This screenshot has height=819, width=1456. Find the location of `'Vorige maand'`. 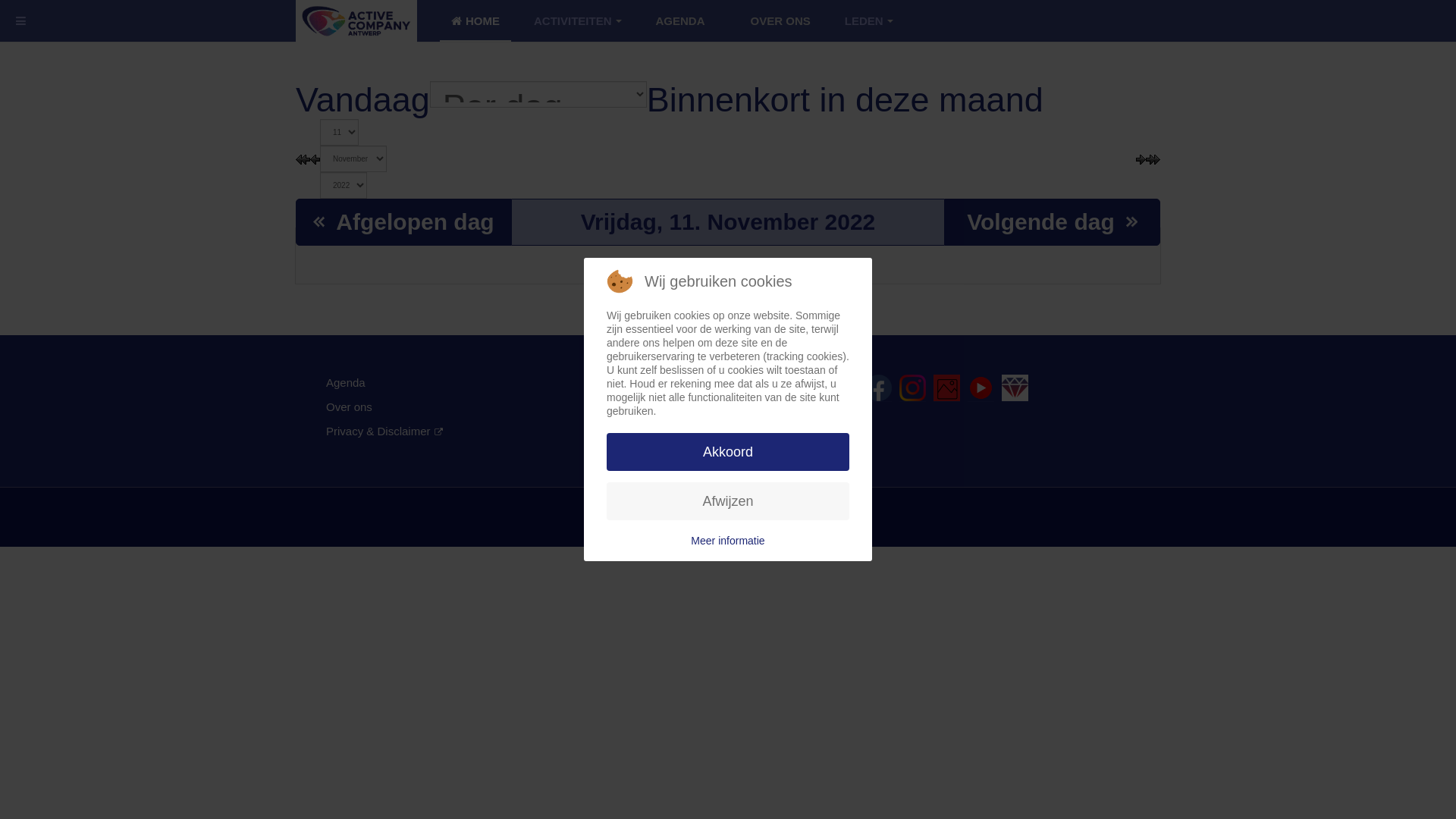

'Vorige maand' is located at coordinates (295, 158).